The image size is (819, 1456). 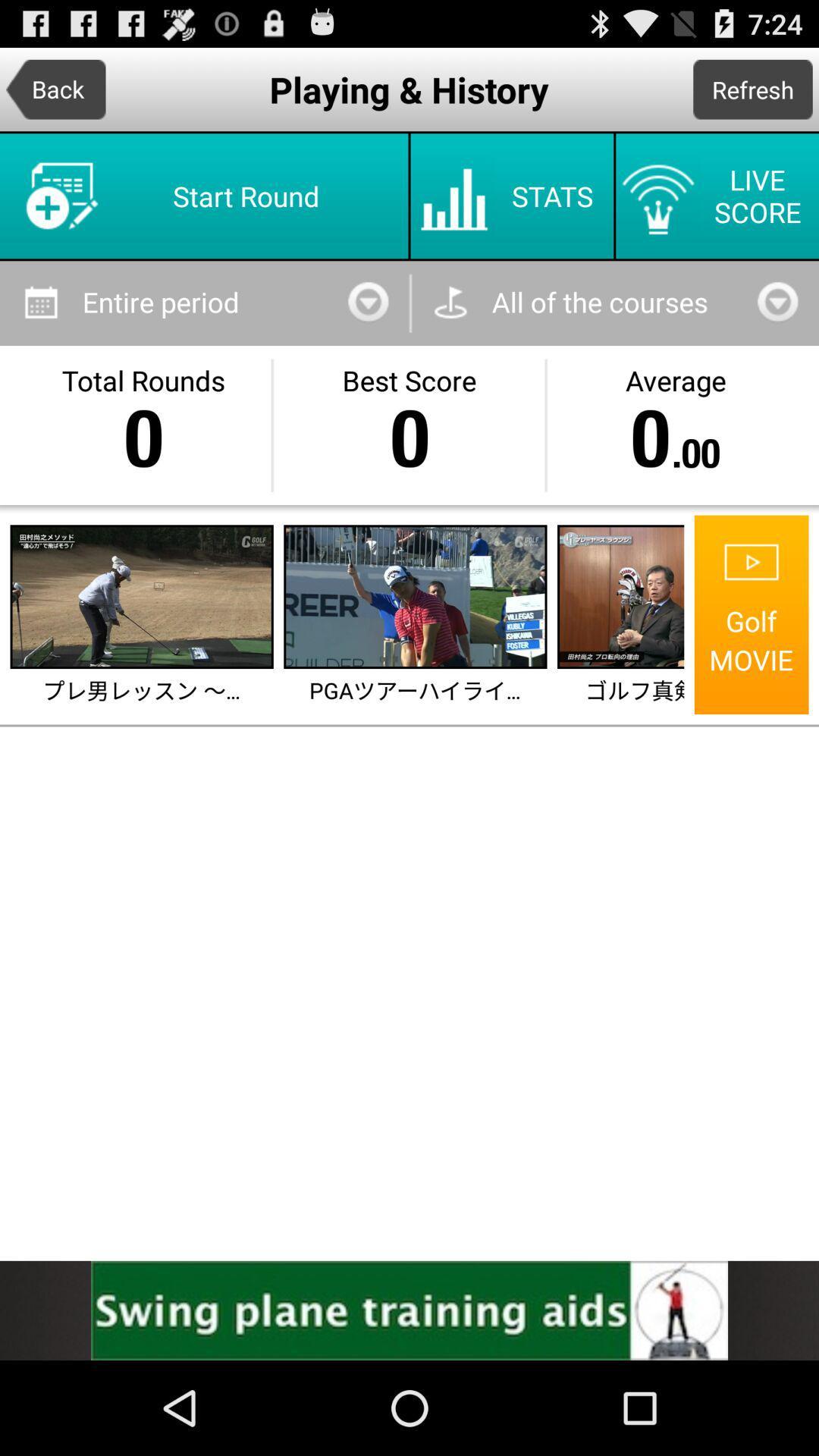 I want to click on click on the photo, so click(x=622, y=596).